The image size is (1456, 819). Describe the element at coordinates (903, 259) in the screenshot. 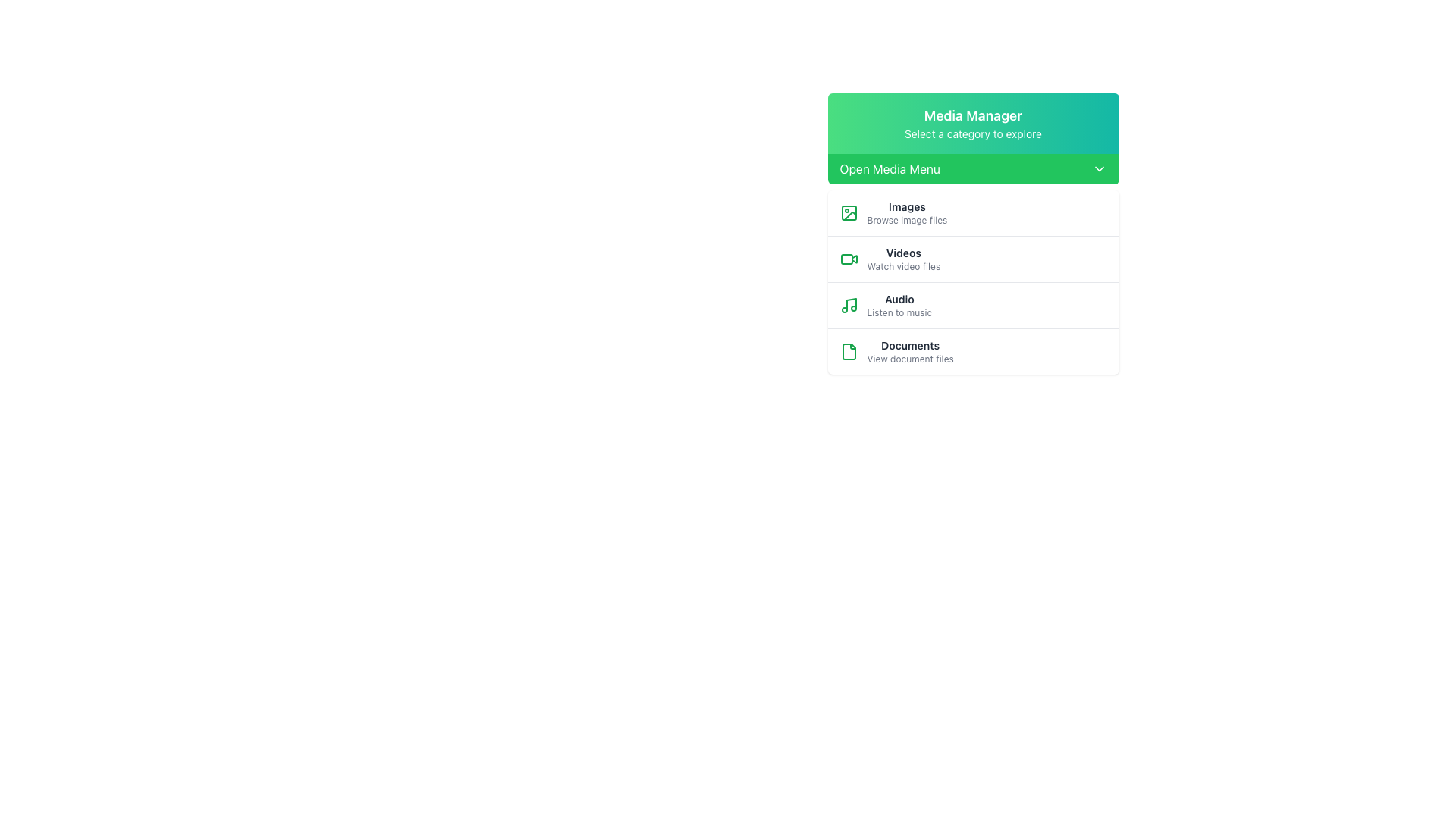

I see `the 'Videos' menu item, which features bold text above smaller gray text and is located in the 'Media Manager' section, positioned second in the list` at that location.